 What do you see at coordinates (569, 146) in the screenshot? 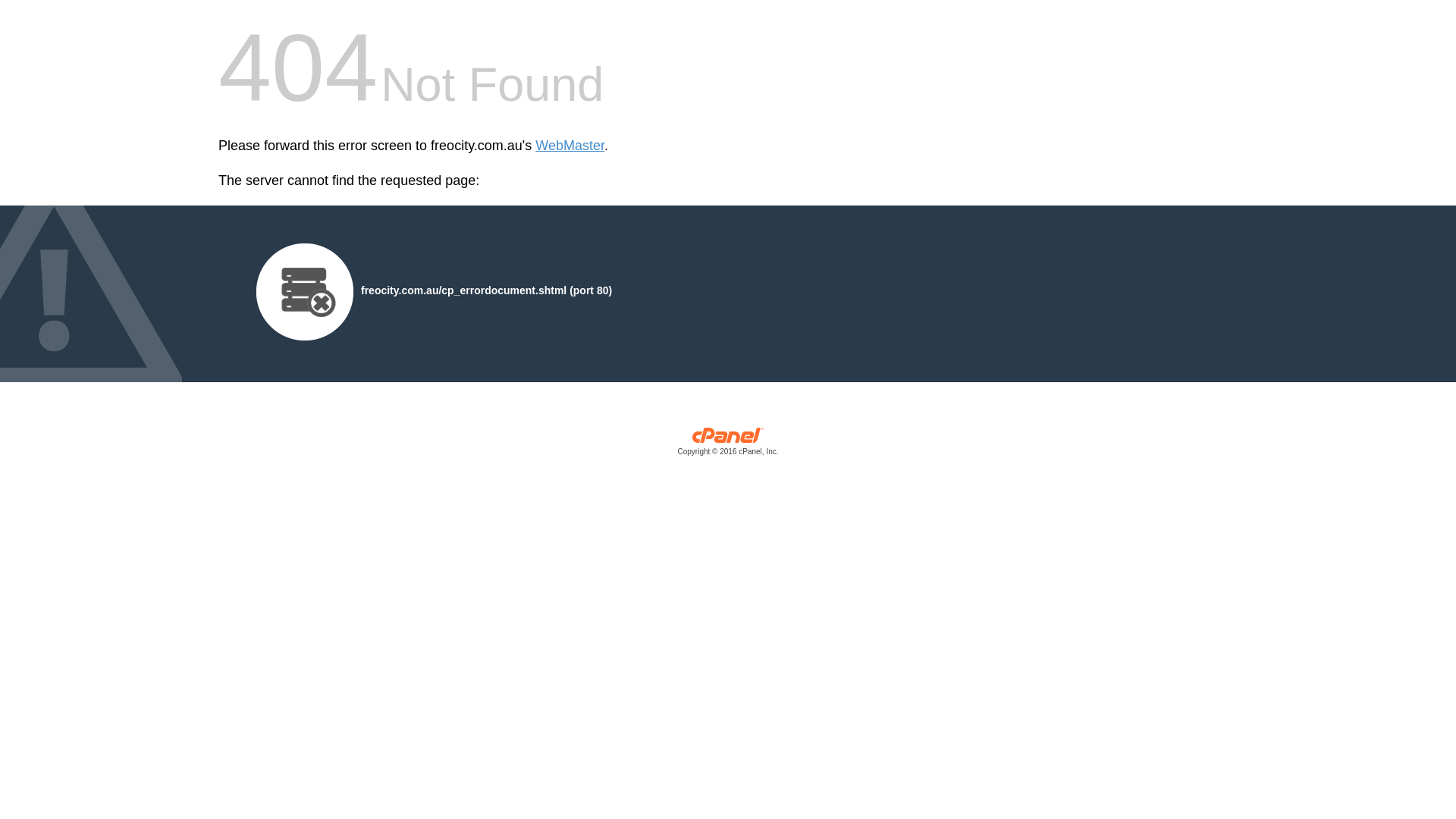
I see `'WebMaster'` at bounding box center [569, 146].